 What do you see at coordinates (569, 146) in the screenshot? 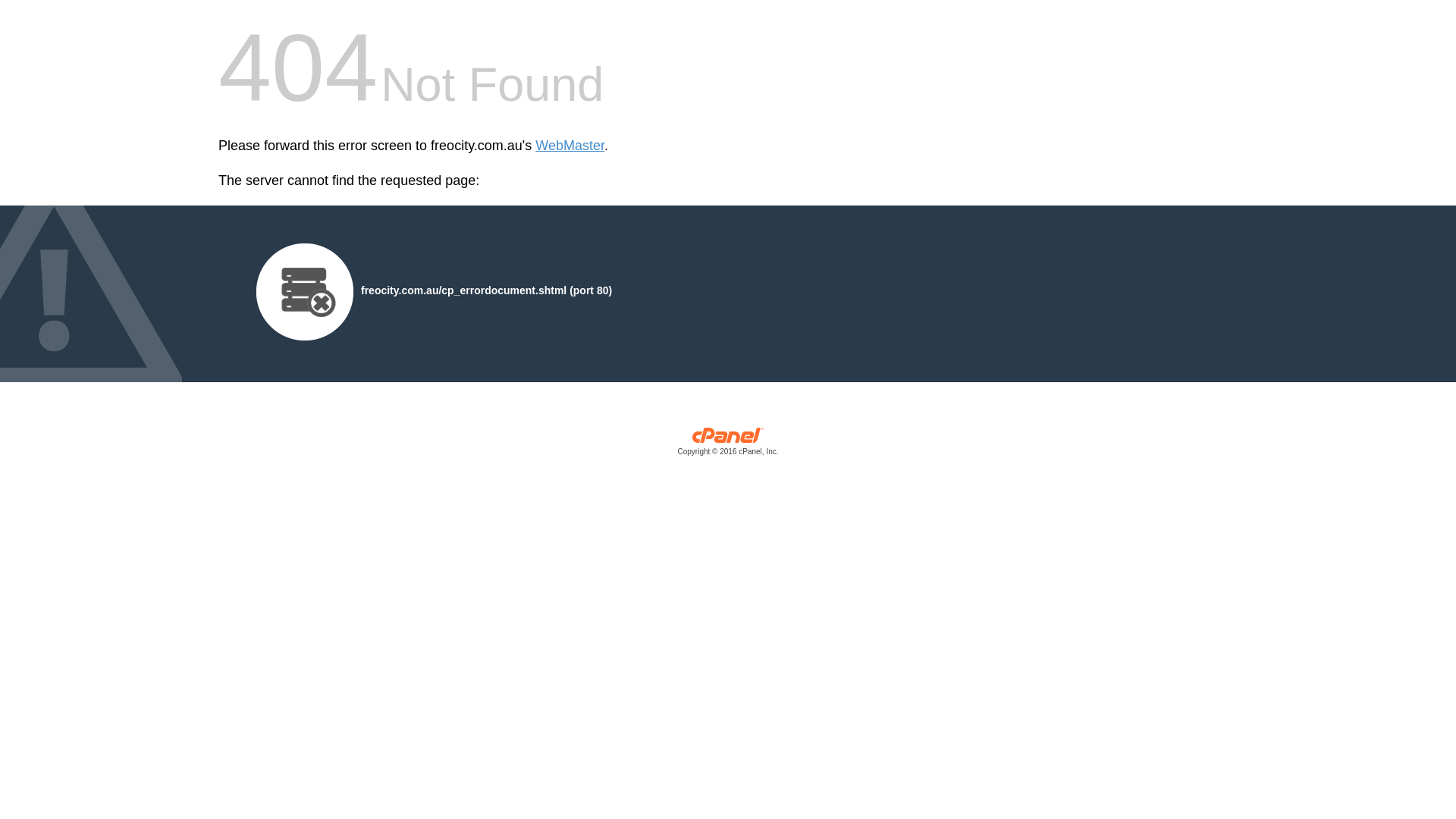
I see `'WebMaster'` at bounding box center [569, 146].